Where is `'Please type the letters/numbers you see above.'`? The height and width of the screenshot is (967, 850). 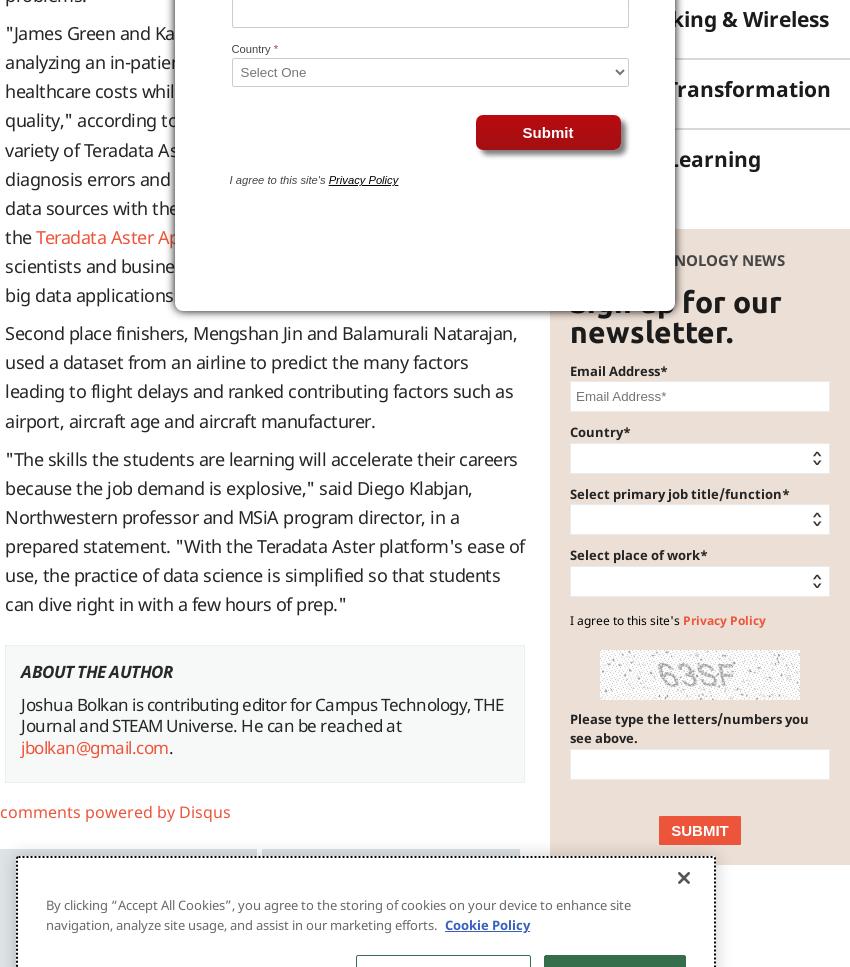 'Please type the letters/numbers you see above.' is located at coordinates (688, 726).